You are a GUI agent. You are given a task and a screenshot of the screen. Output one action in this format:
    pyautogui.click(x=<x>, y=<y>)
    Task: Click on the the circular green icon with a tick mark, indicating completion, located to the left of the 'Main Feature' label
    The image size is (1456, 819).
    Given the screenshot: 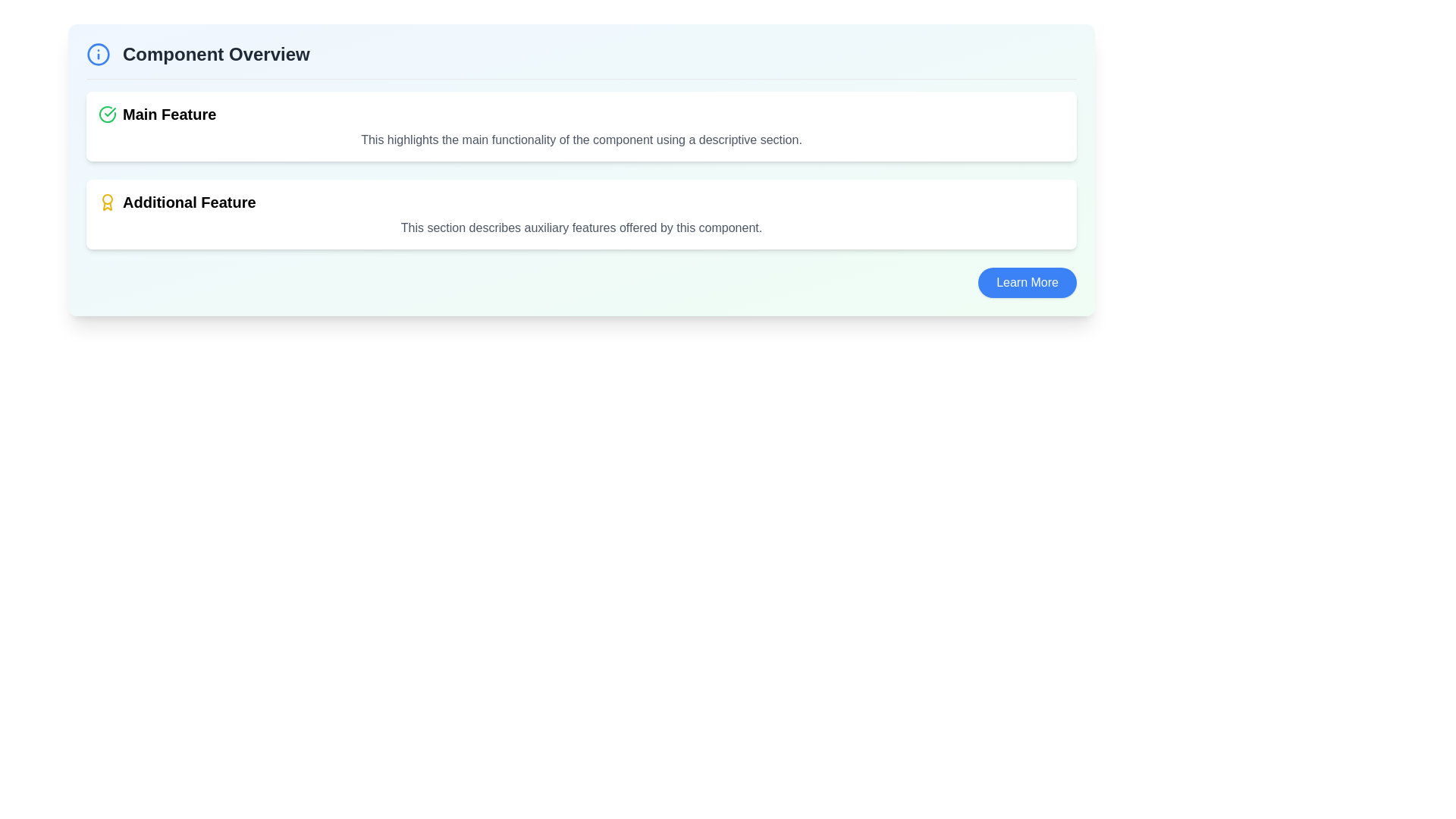 What is the action you would take?
    pyautogui.click(x=107, y=113)
    